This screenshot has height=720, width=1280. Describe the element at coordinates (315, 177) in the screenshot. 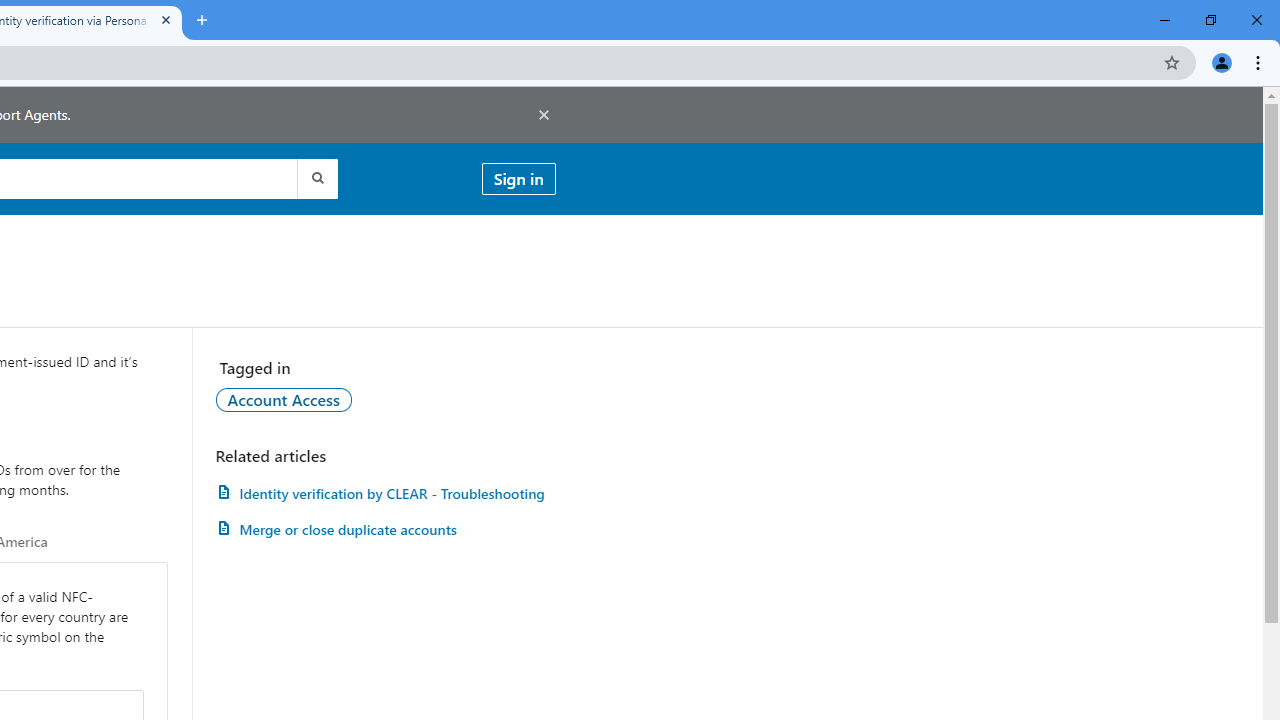

I see `'Submit search'` at that location.